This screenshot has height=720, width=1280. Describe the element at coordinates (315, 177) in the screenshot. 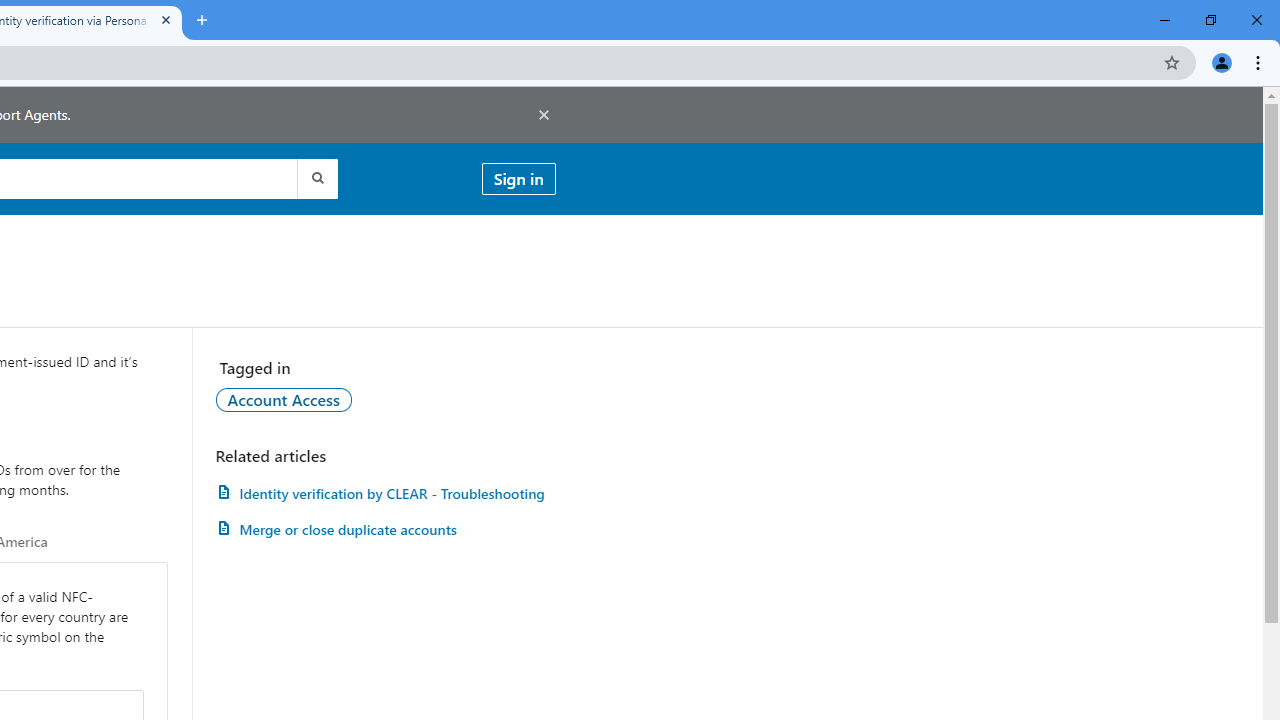

I see `'Submit search'` at that location.